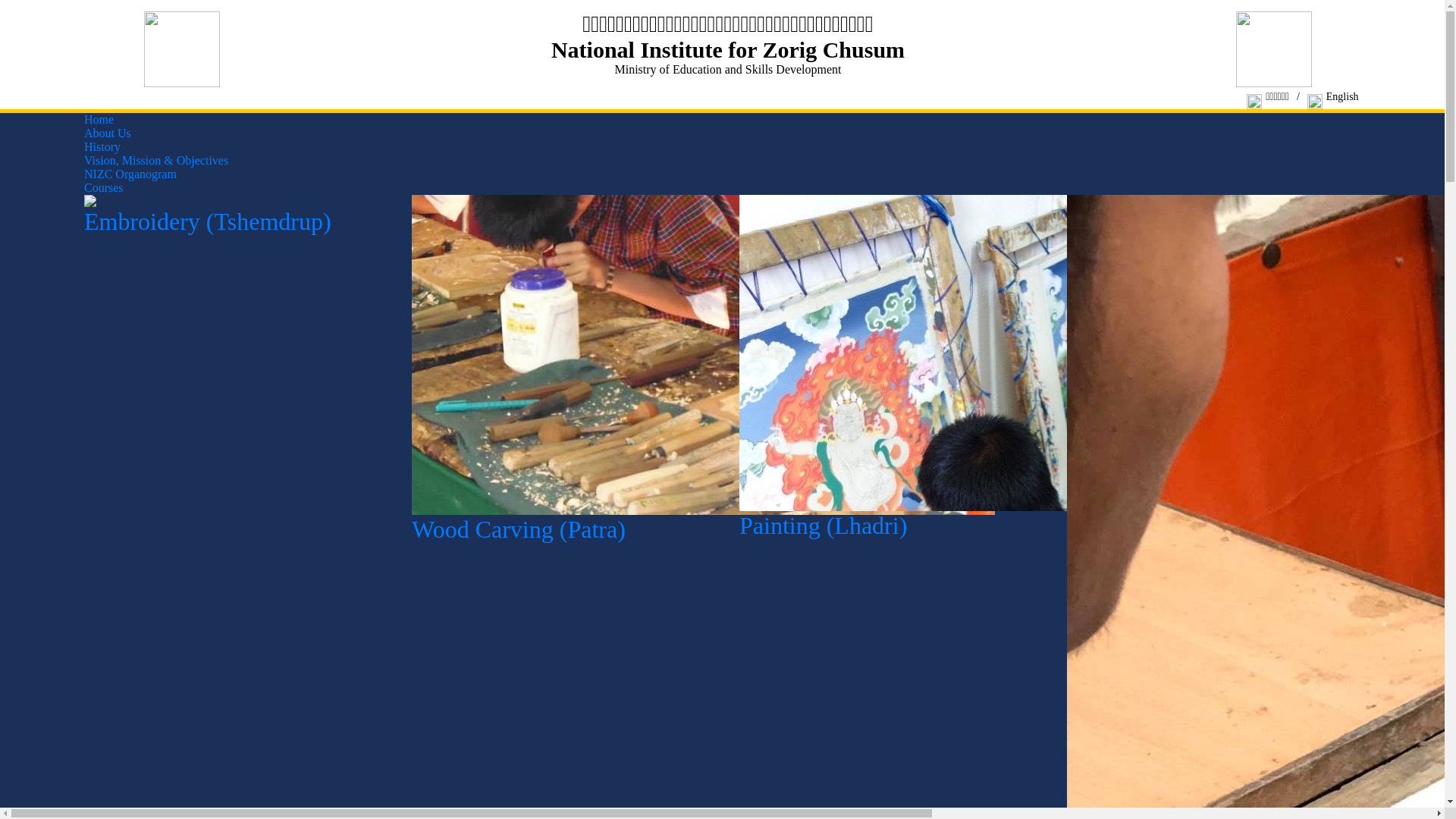  Describe the element at coordinates (83, 146) in the screenshot. I see `'History'` at that location.